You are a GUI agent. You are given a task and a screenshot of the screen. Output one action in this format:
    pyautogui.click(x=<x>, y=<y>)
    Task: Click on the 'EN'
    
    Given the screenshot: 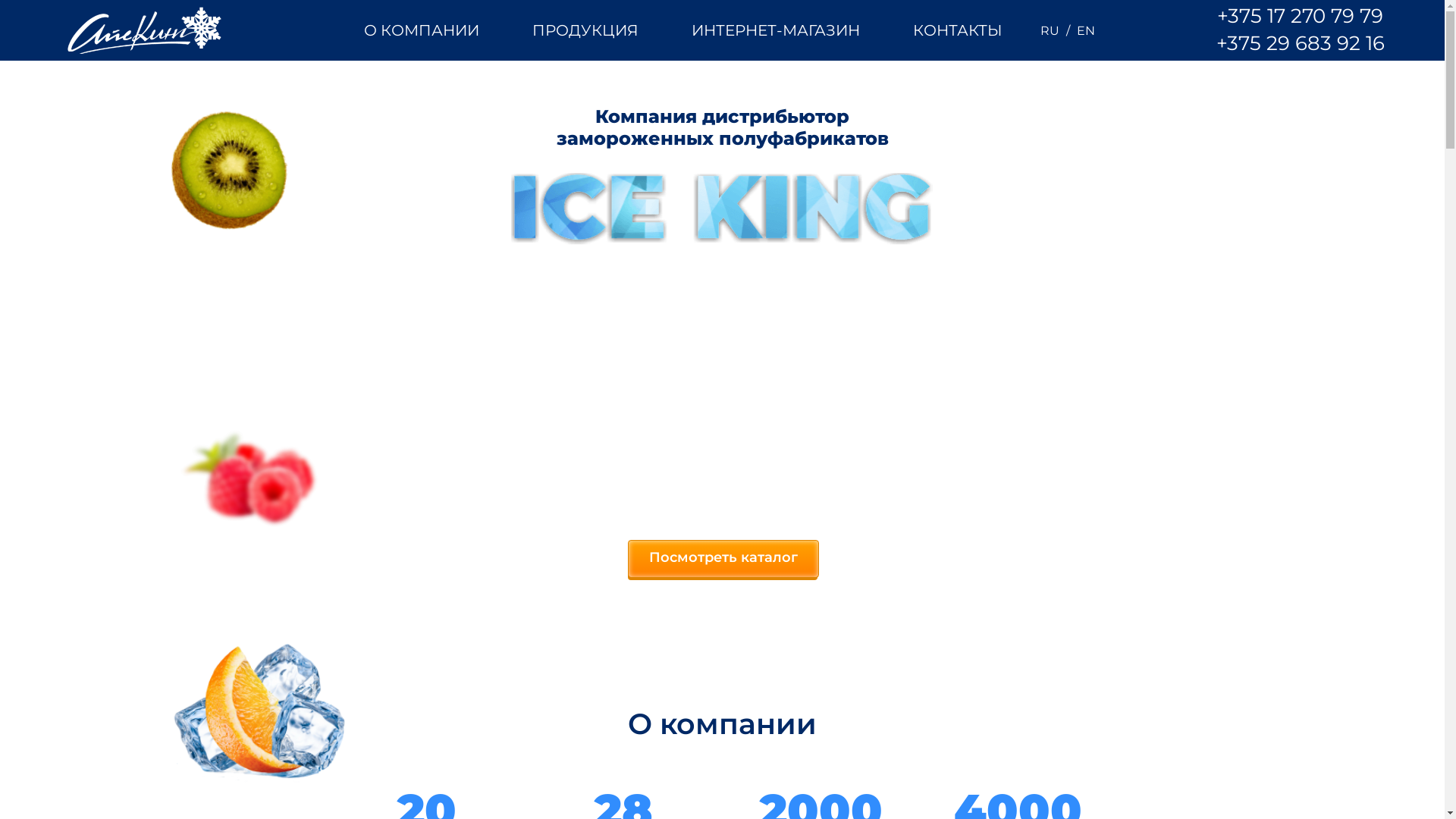 What is the action you would take?
    pyautogui.click(x=1084, y=30)
    